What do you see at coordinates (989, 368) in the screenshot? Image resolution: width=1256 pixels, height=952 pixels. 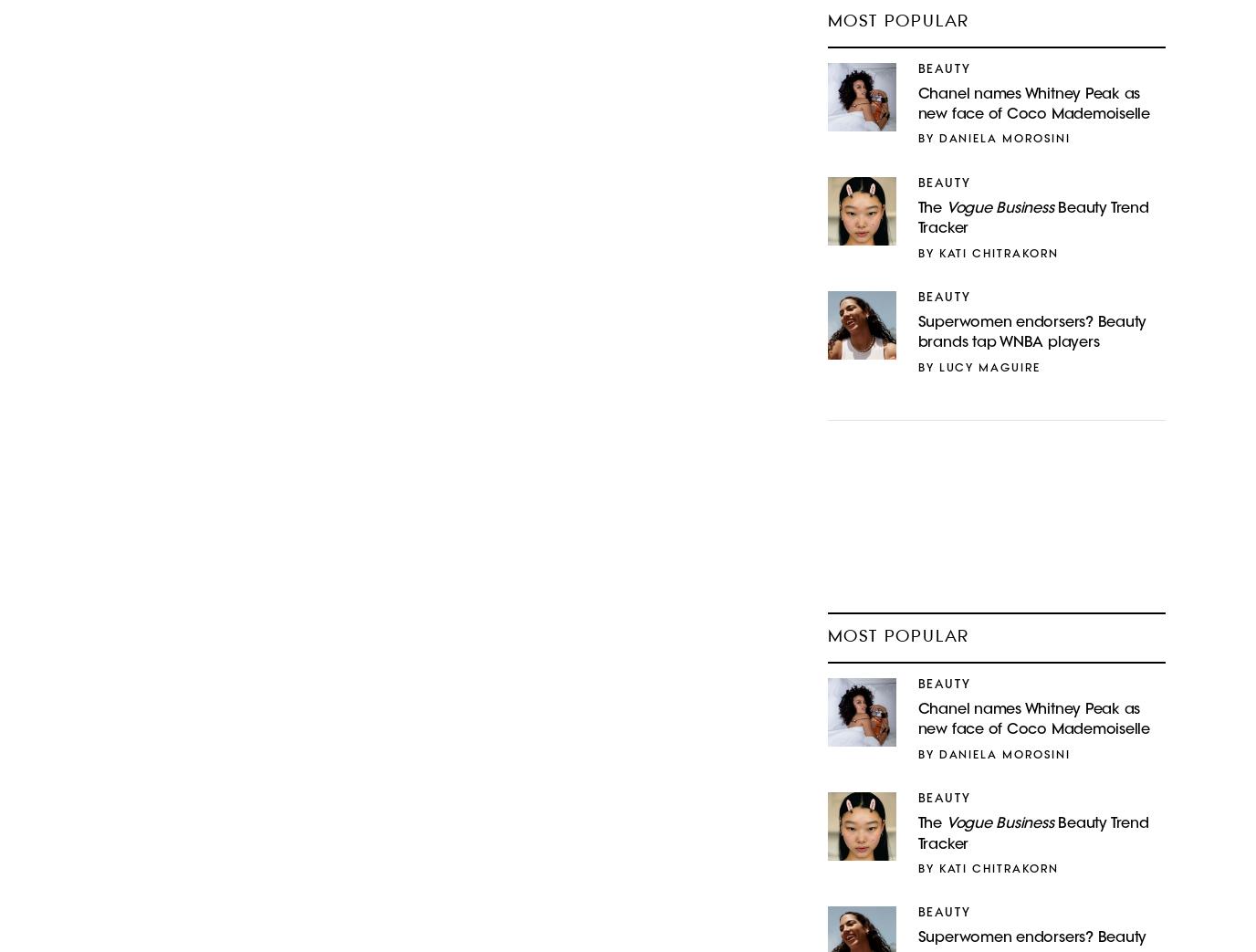 I see `'Lucy Maguire'` at bounding box center [989, 368].